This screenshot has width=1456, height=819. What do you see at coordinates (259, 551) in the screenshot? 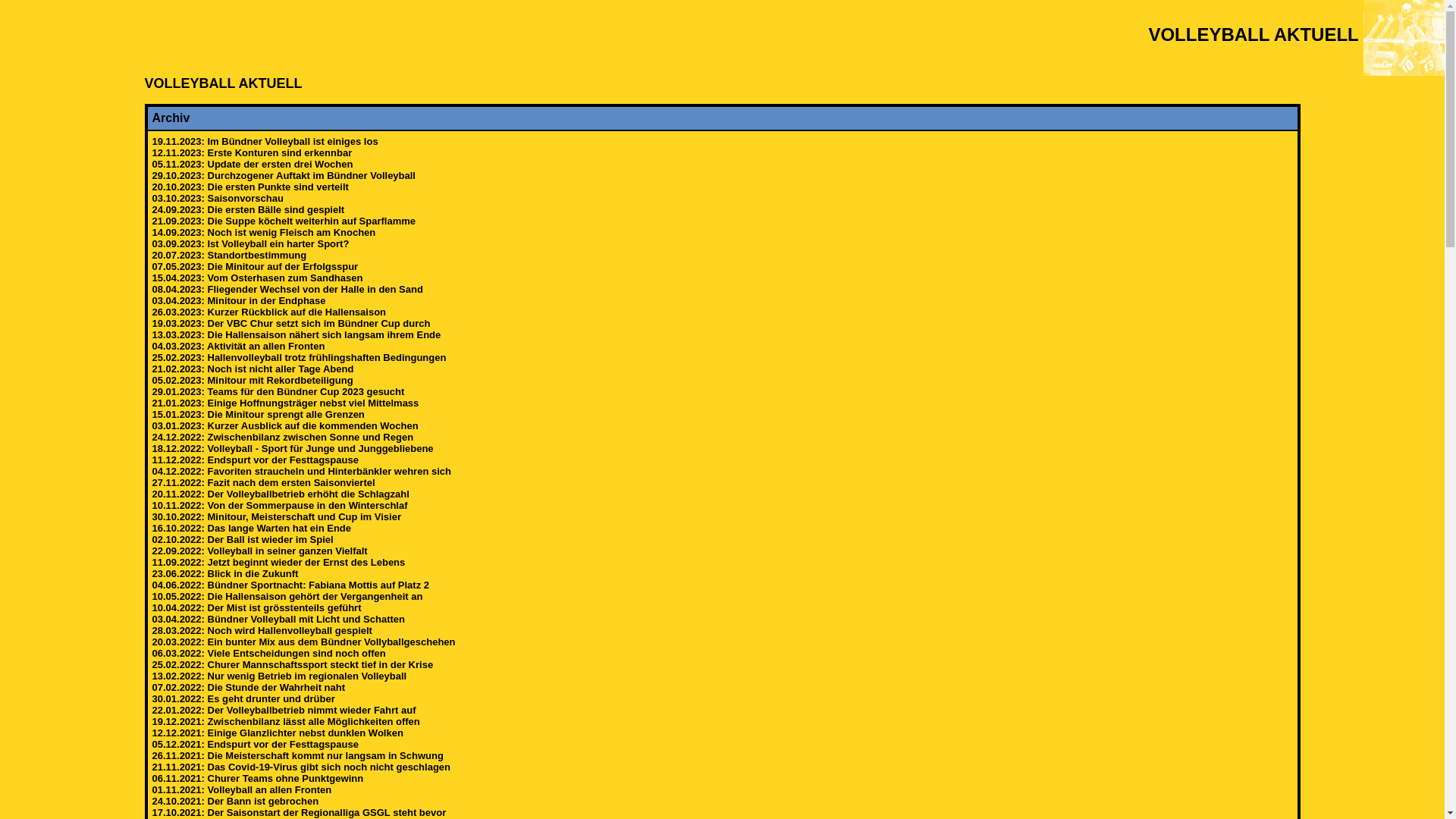
I see `'22.09.2022: Volleyball in seiner ganzen Vielfalt'` at bounding box center [259, 551].